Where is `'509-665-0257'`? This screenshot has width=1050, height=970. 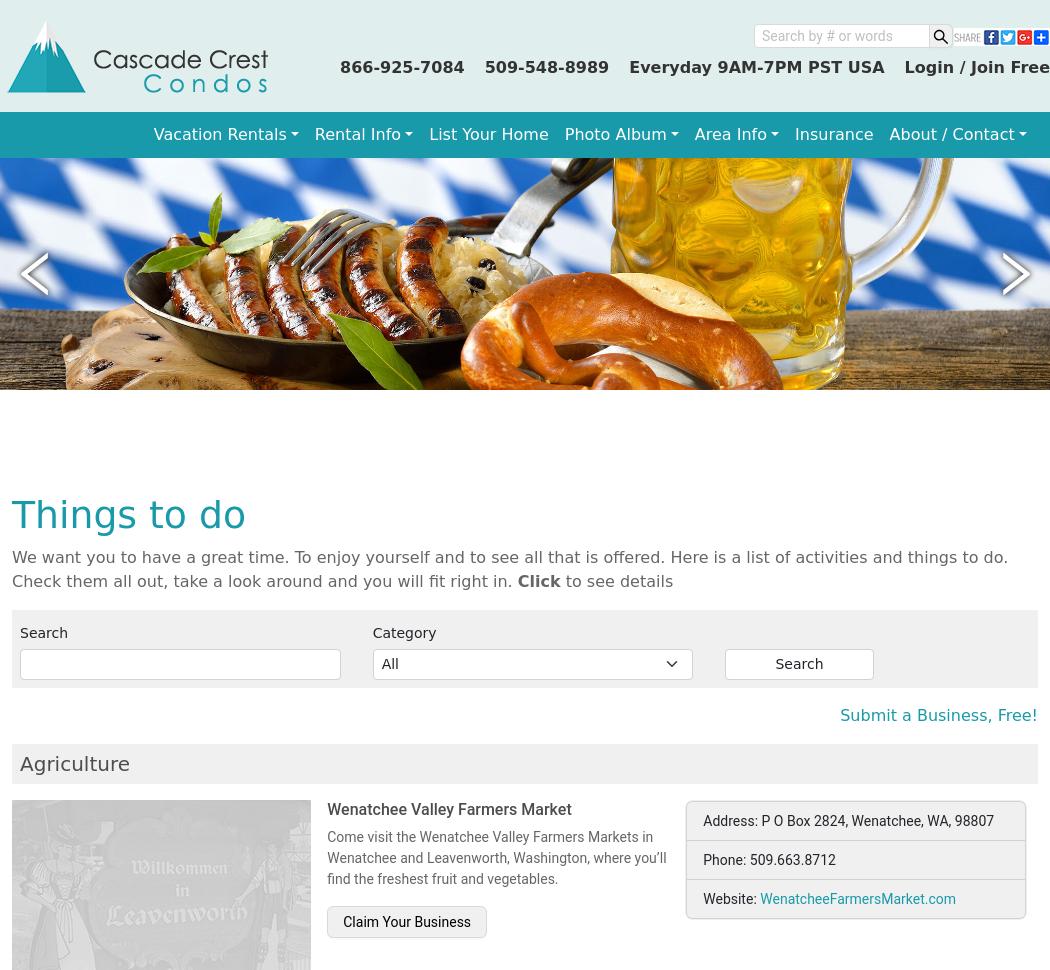 '509-665-0257' is located at coordinates (791, 300).